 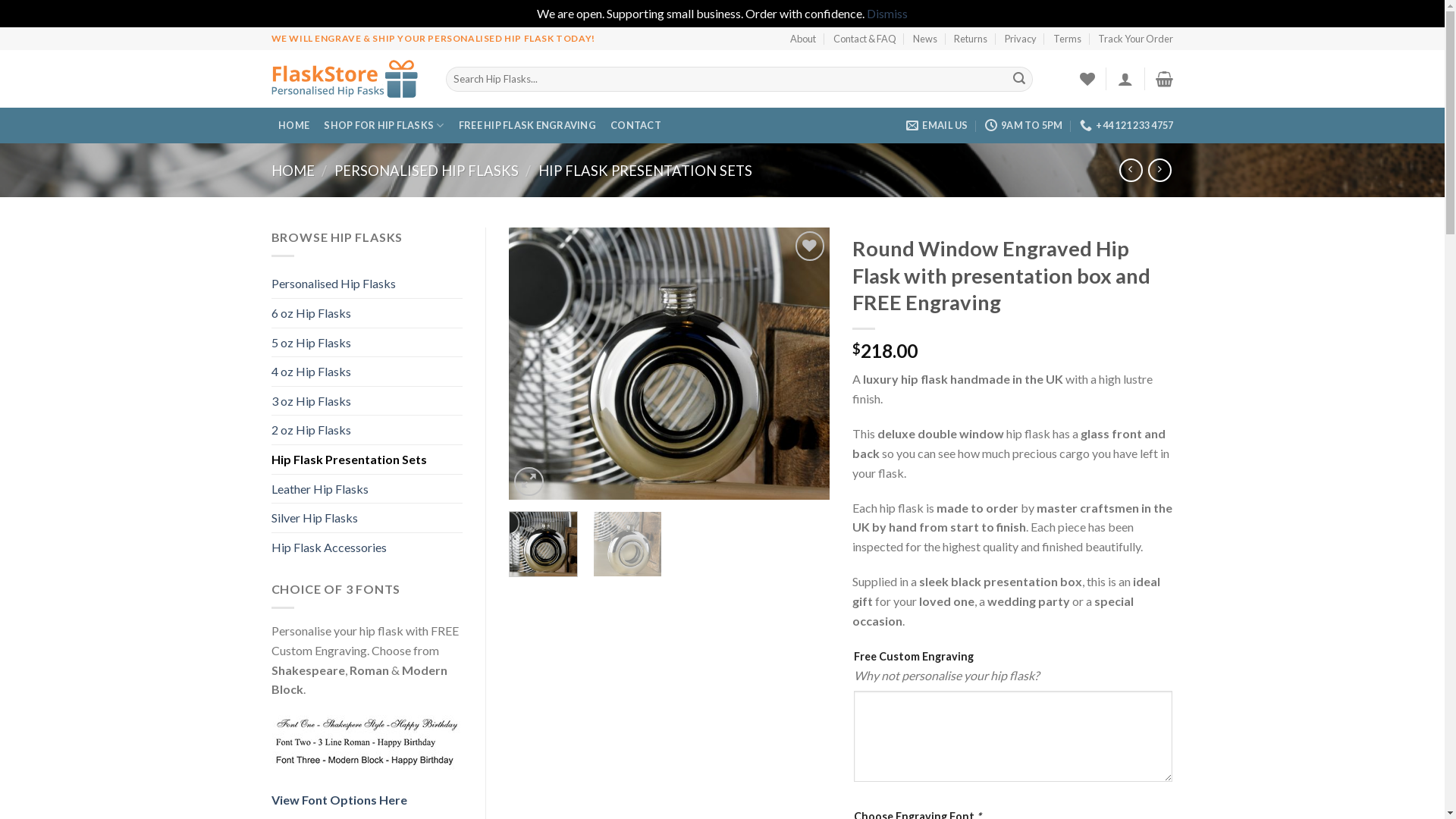 I want to click on 'Hip Flask Accessories', so click(x=271, y=547).